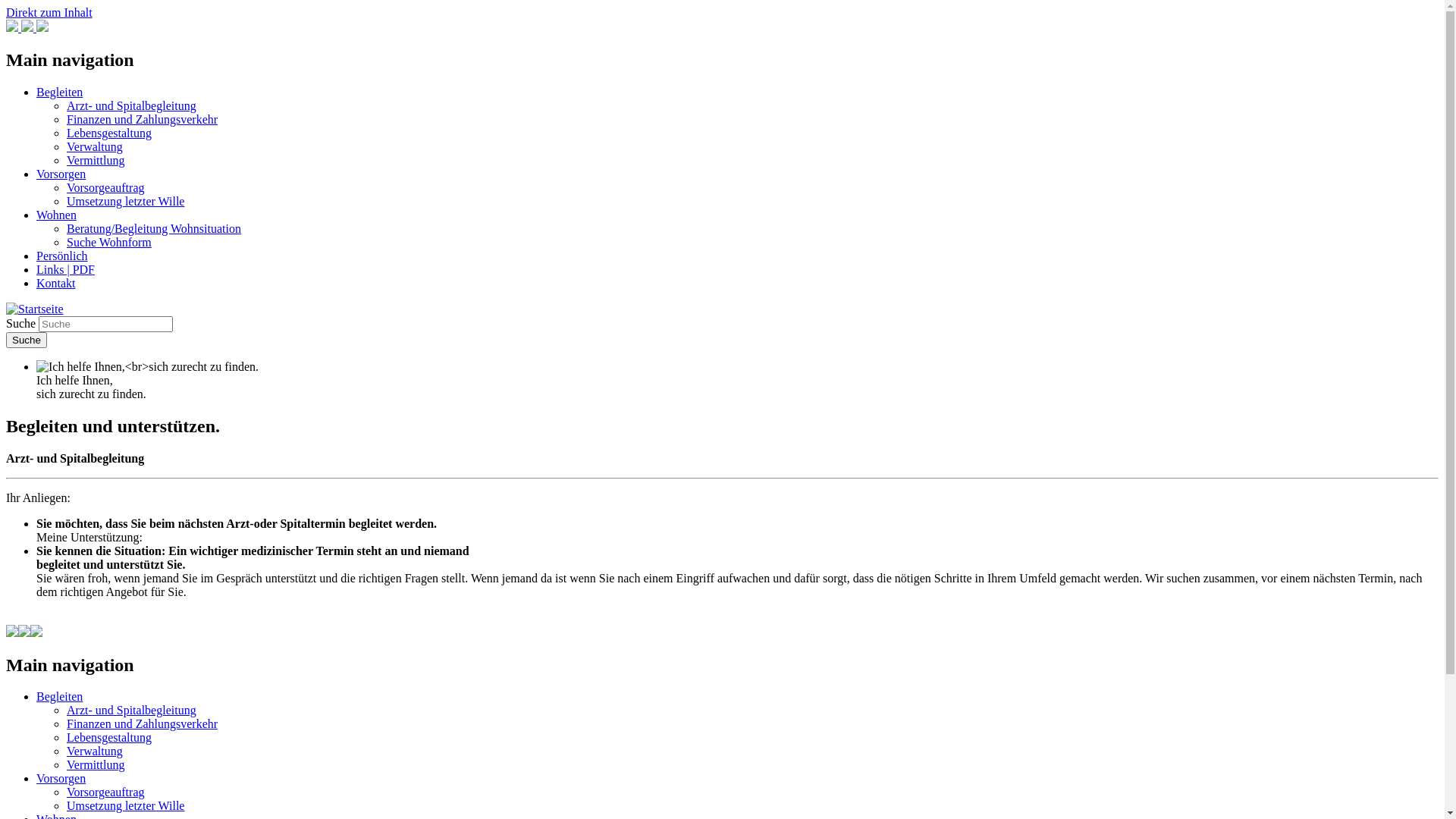 This screenshot has height=819, width=1456. Describe the element at coordinates (61, 173) in the screenshot. I see `'Vorsorgen'` at that location.